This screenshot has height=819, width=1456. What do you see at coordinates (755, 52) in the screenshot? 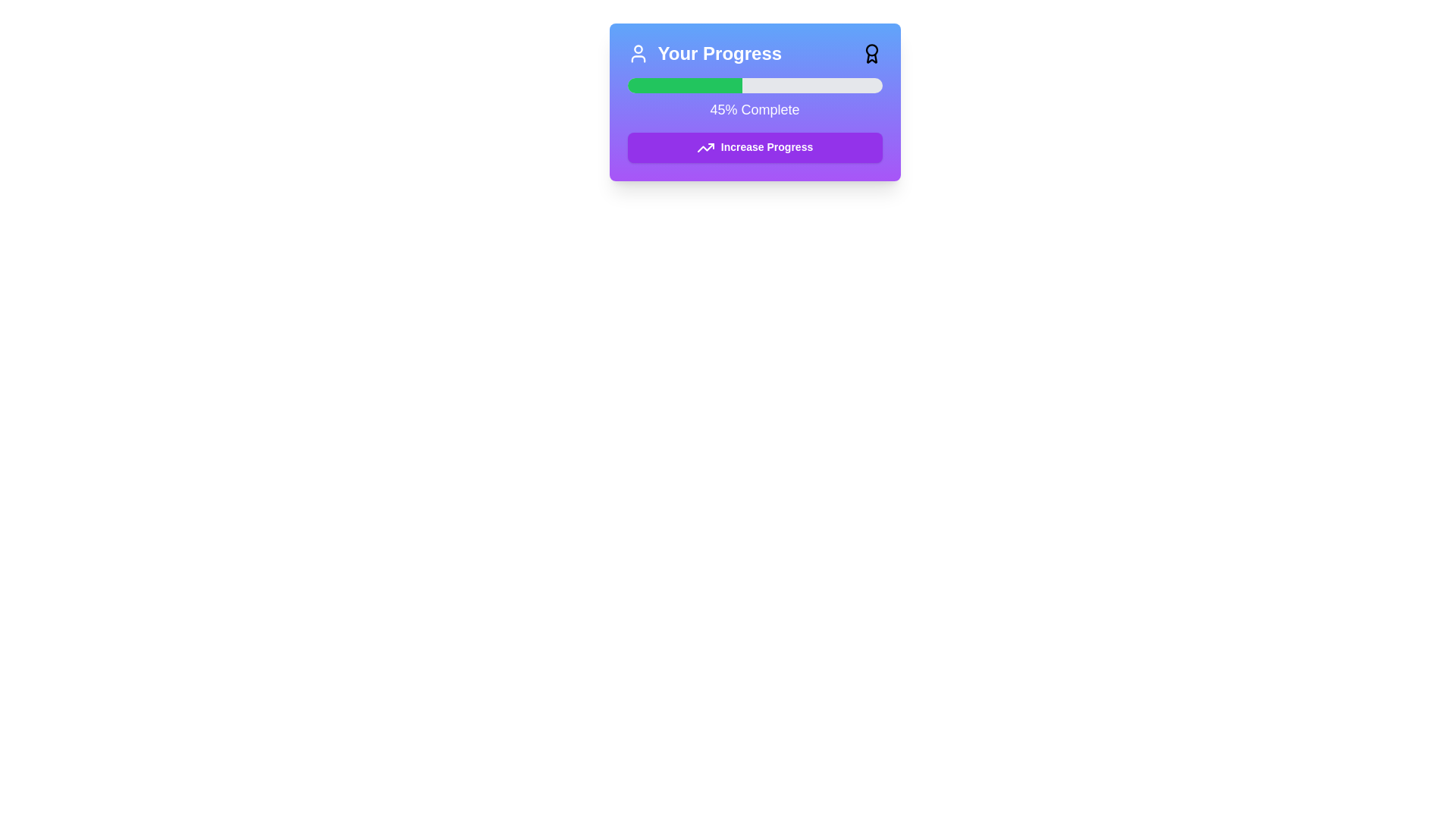
I see `the 'Your Progress' label, which is styled with a larger bold font and positioned between a user profile icon and an award icon at the top of the card-like box` at bounding box center [755, 52].